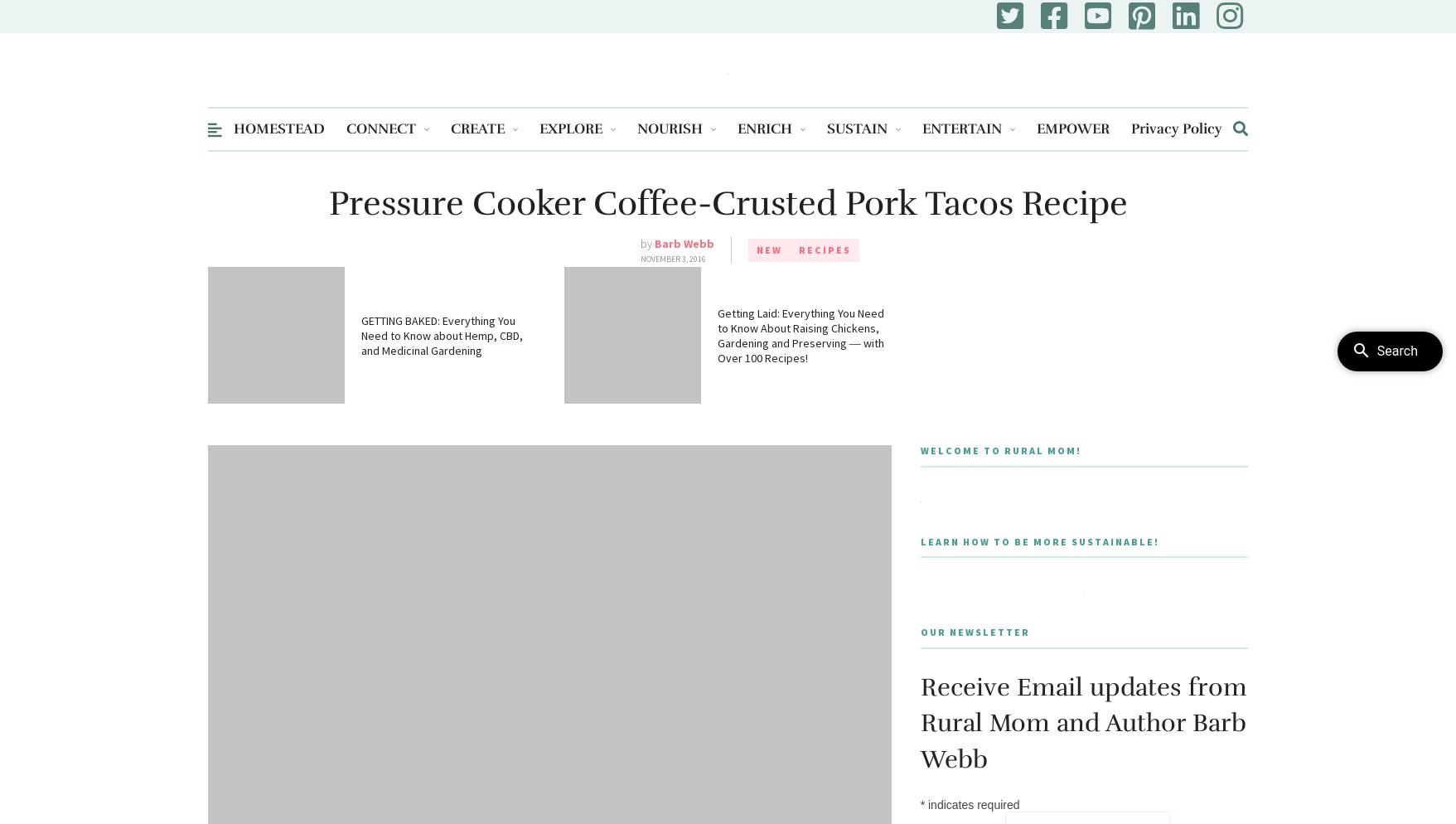 The width and height of the screenshot is (1456, 824). I want to click on 'indicates required', so click(970, 804).